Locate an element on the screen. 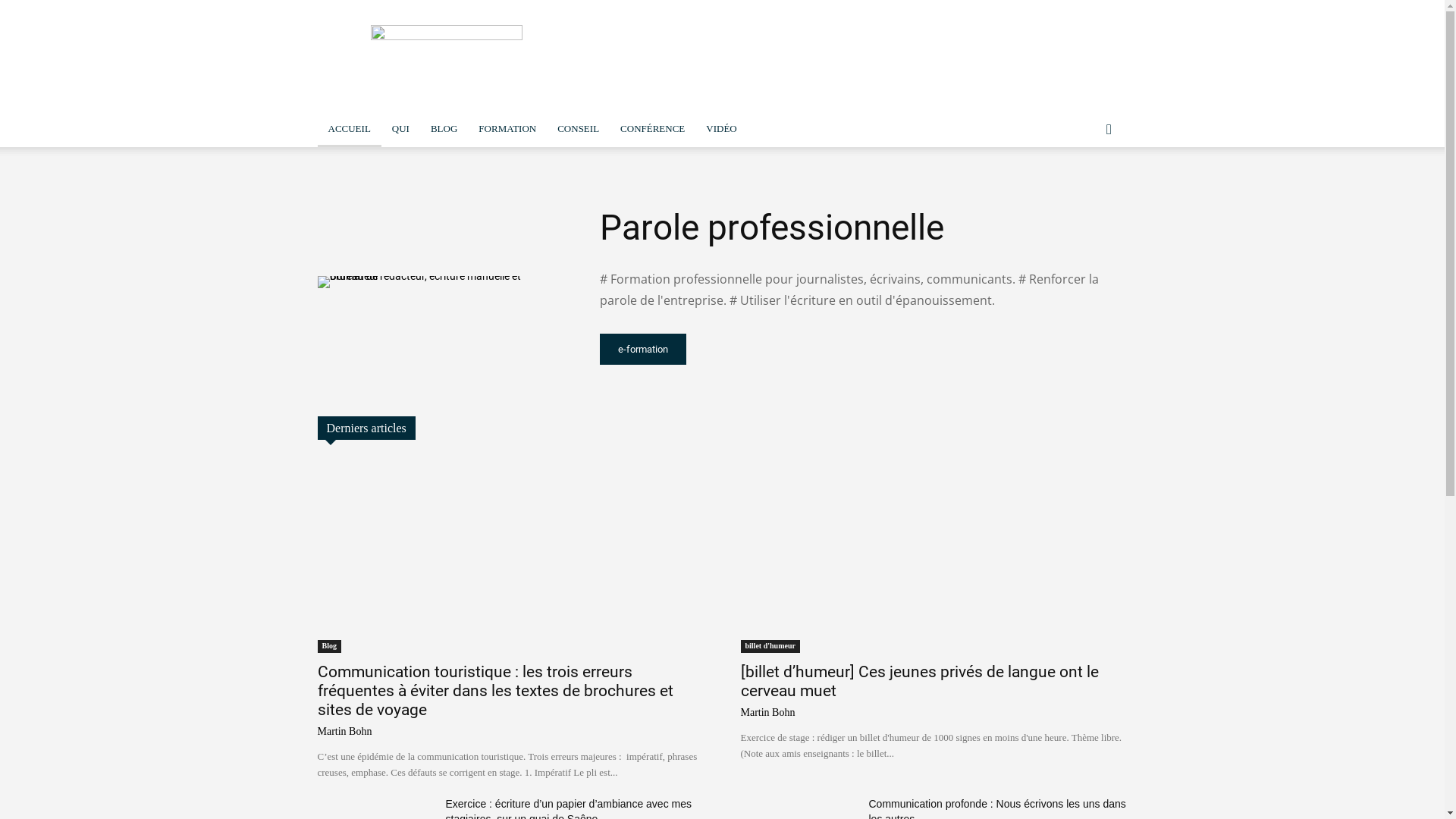 The image size is (1456, 819). 'Blog' is located at coordinates (328, 646).